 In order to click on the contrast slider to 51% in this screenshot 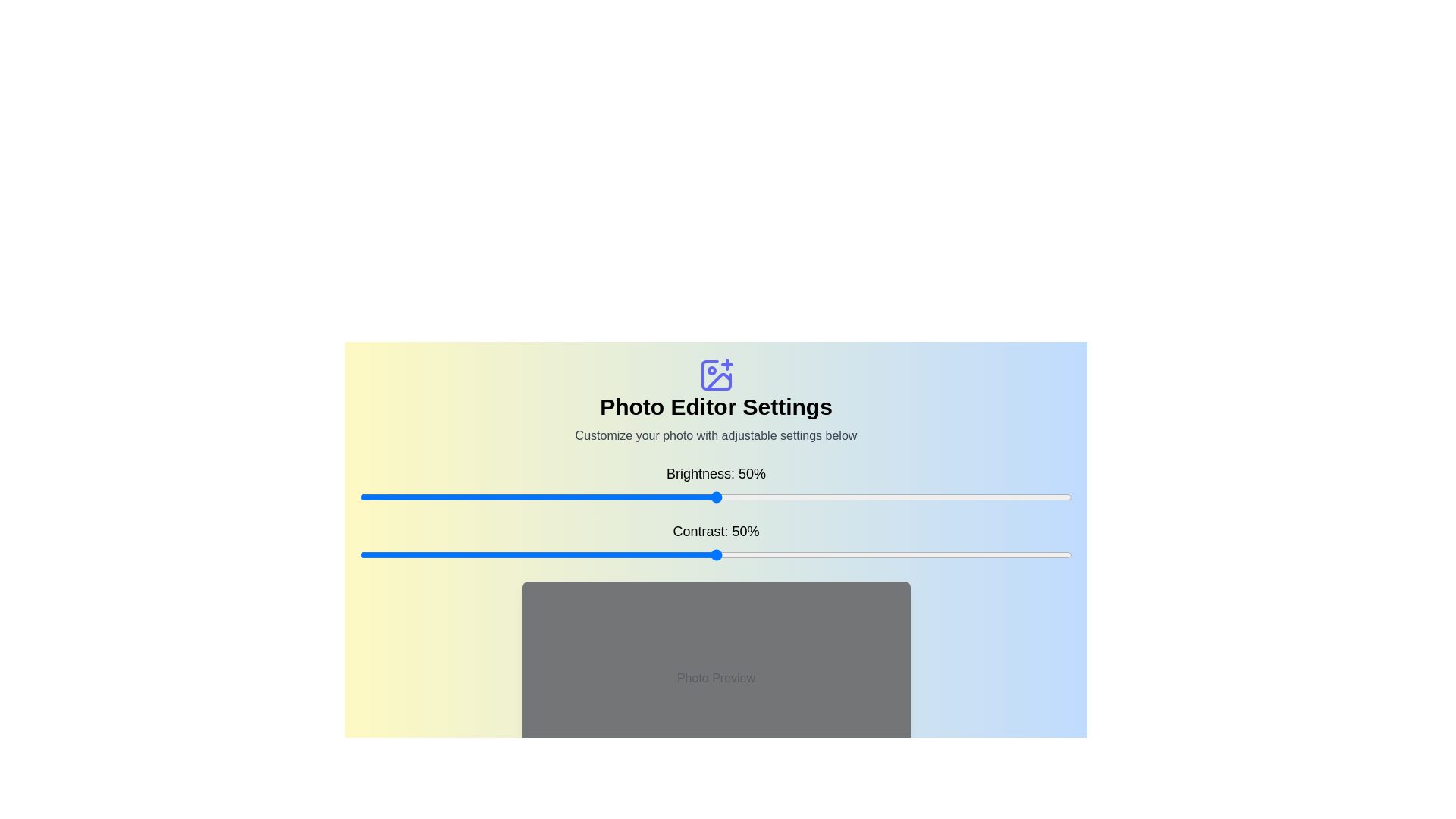, I will do `click(722, 555)`.